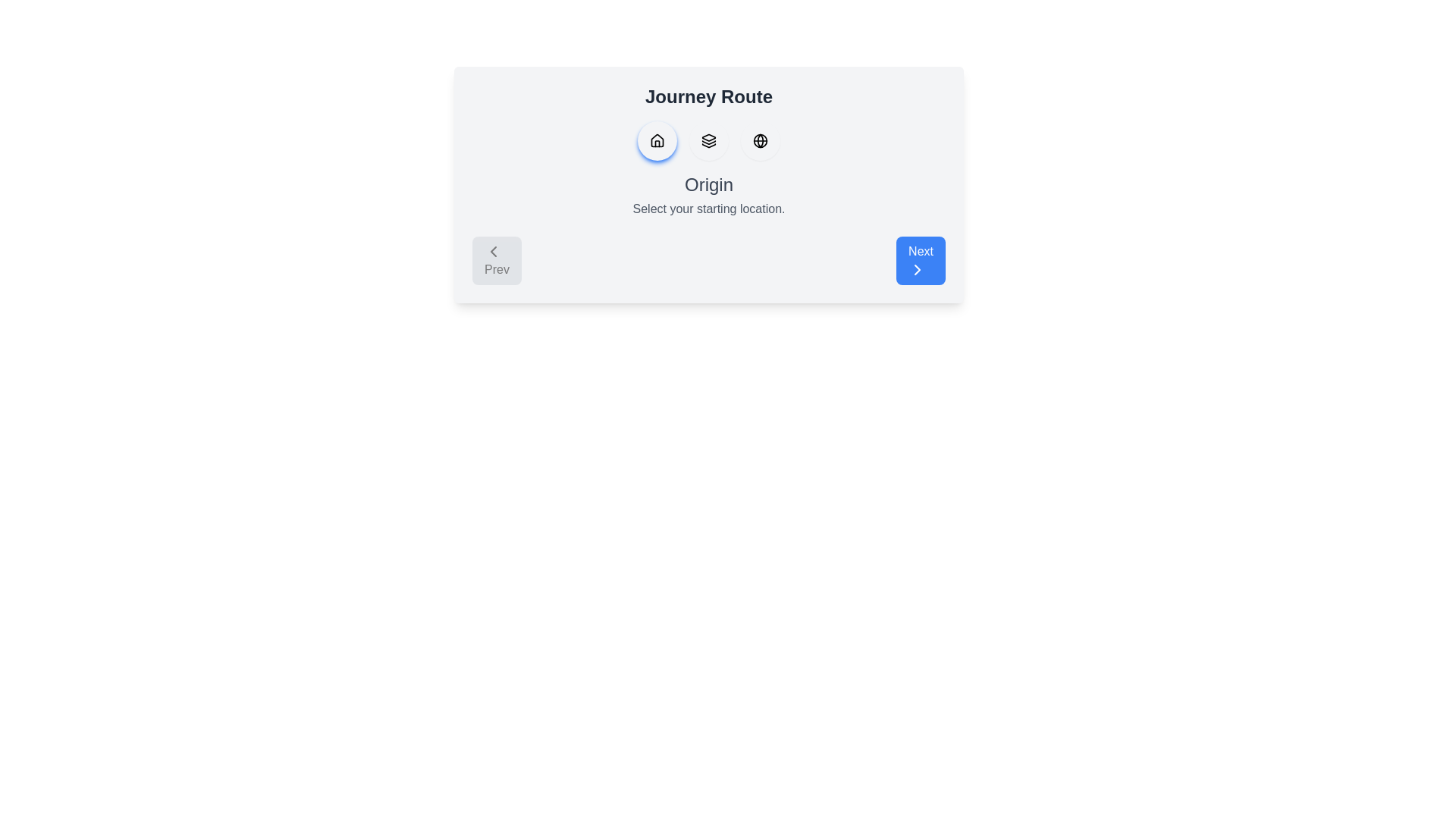 Image resolution: width=1456 pixels, height=819 pixels. Describe the element at coordinates (917, 268) in the screenshot. I see `the chevron icon located inside the blue 'Next' button at the bottom right corner of the primary card interface, which signifies navigation to the next step` at that location.